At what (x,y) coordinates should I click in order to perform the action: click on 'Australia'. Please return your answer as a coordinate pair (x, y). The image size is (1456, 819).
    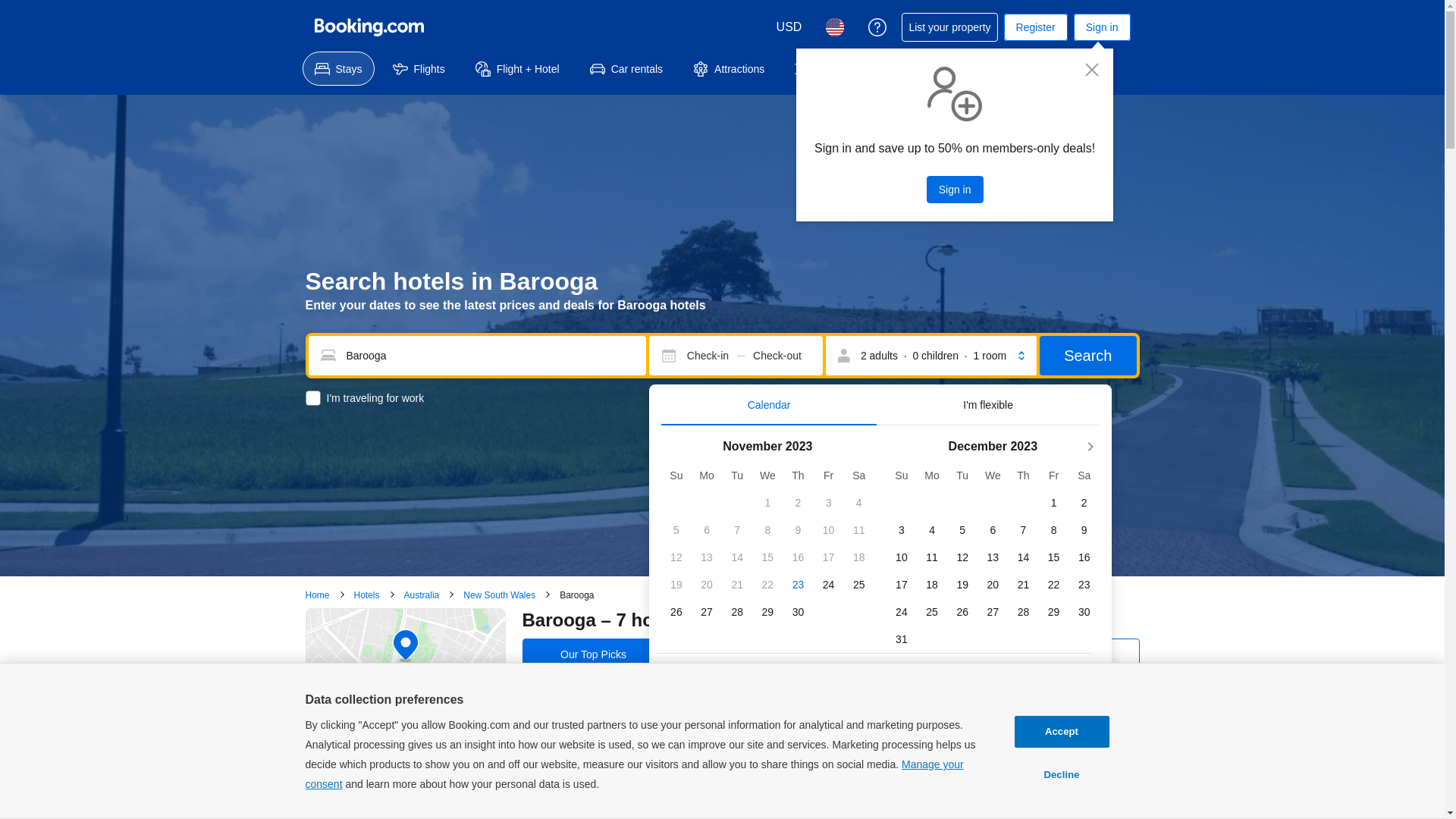
    Looking at the image, I should click on (422, 595).